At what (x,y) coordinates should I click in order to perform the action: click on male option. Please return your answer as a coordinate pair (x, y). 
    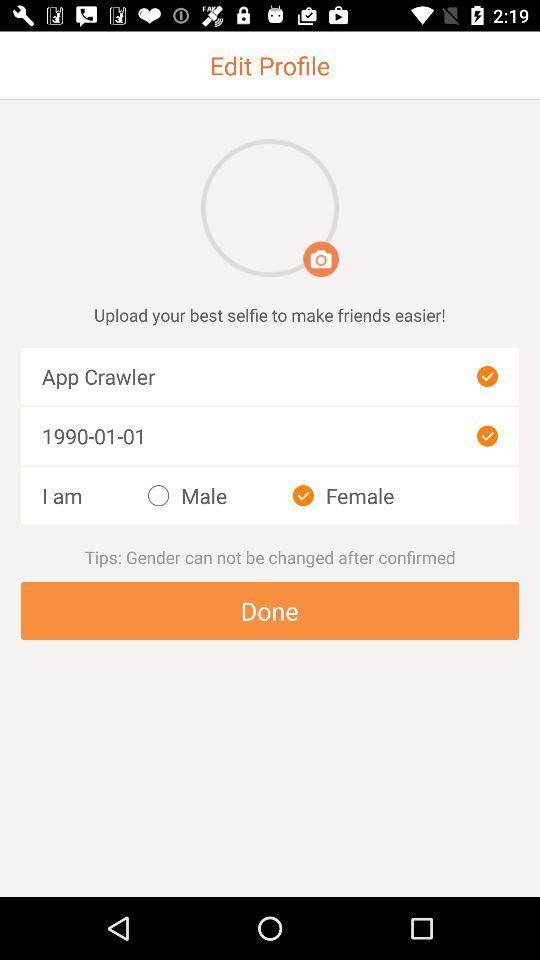
    Looking at the image, I should click on (187, 495).